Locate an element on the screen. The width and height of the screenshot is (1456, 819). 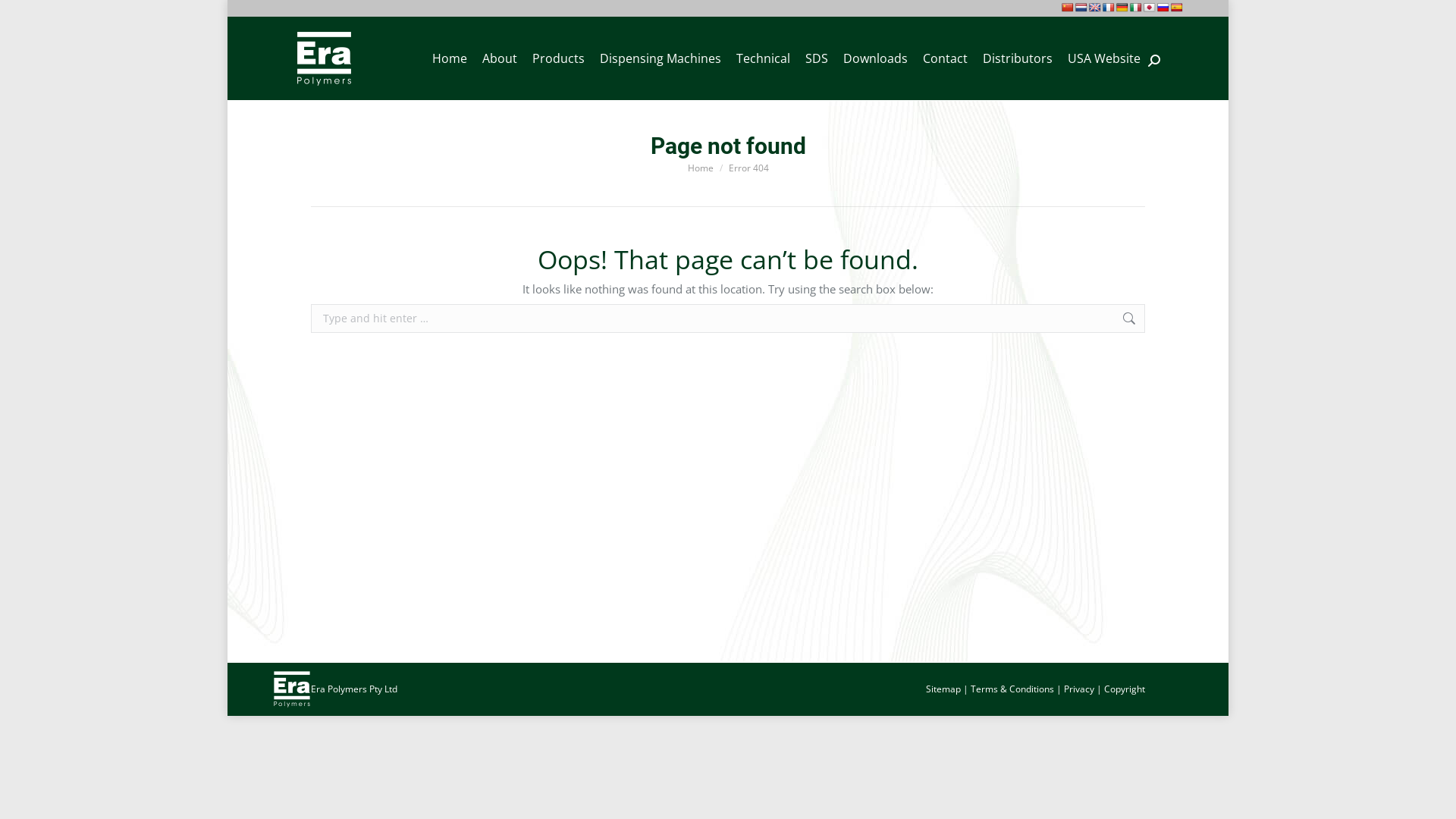
'Technical' is located at coordinates (763, 58).